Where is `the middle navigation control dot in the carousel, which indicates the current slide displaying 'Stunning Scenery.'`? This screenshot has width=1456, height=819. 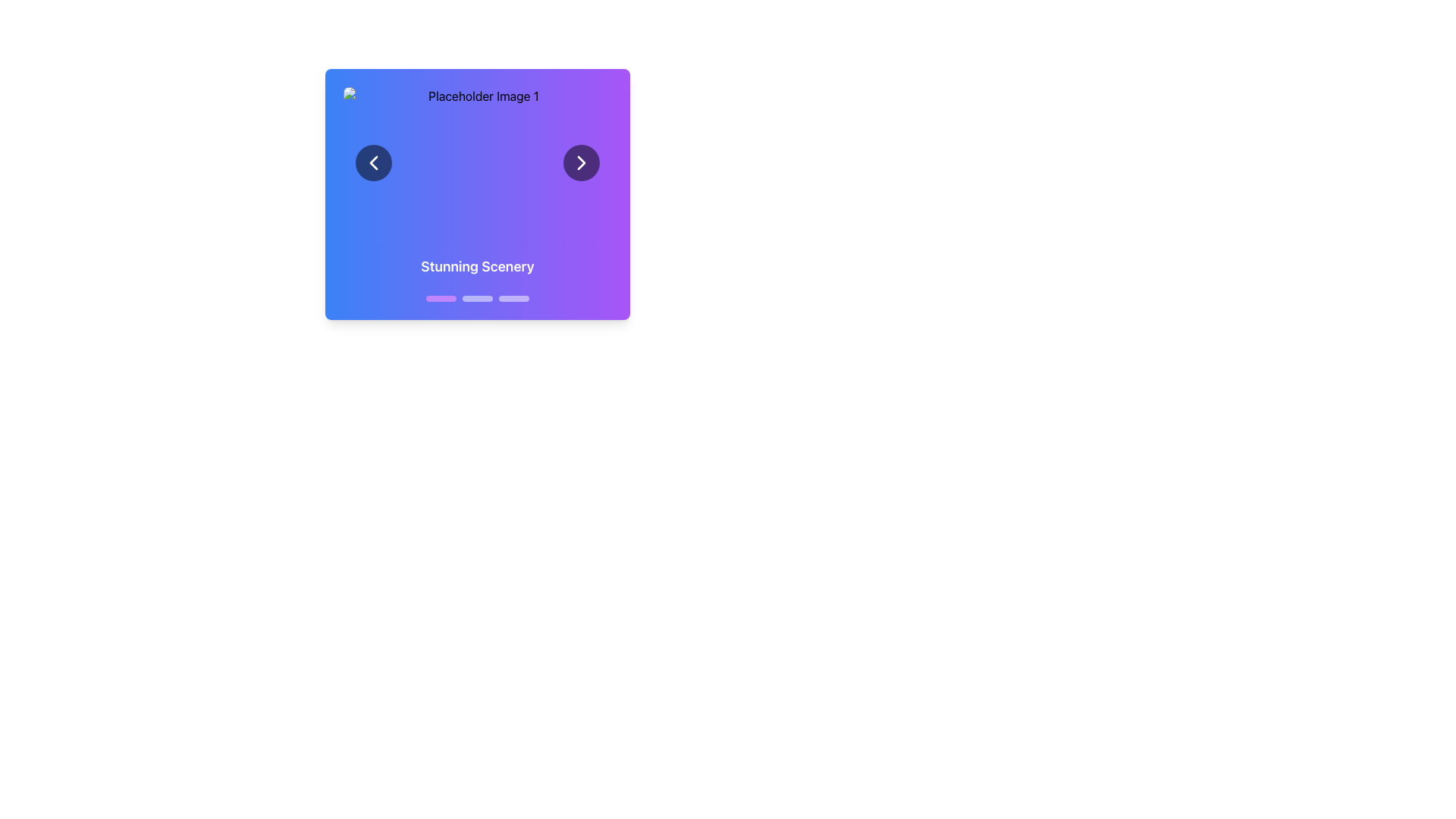 the middle navigation control dot in the carousel, which indicates the current slide displaying 'Stunning Scenery.' is located at coordinates (476, 298).